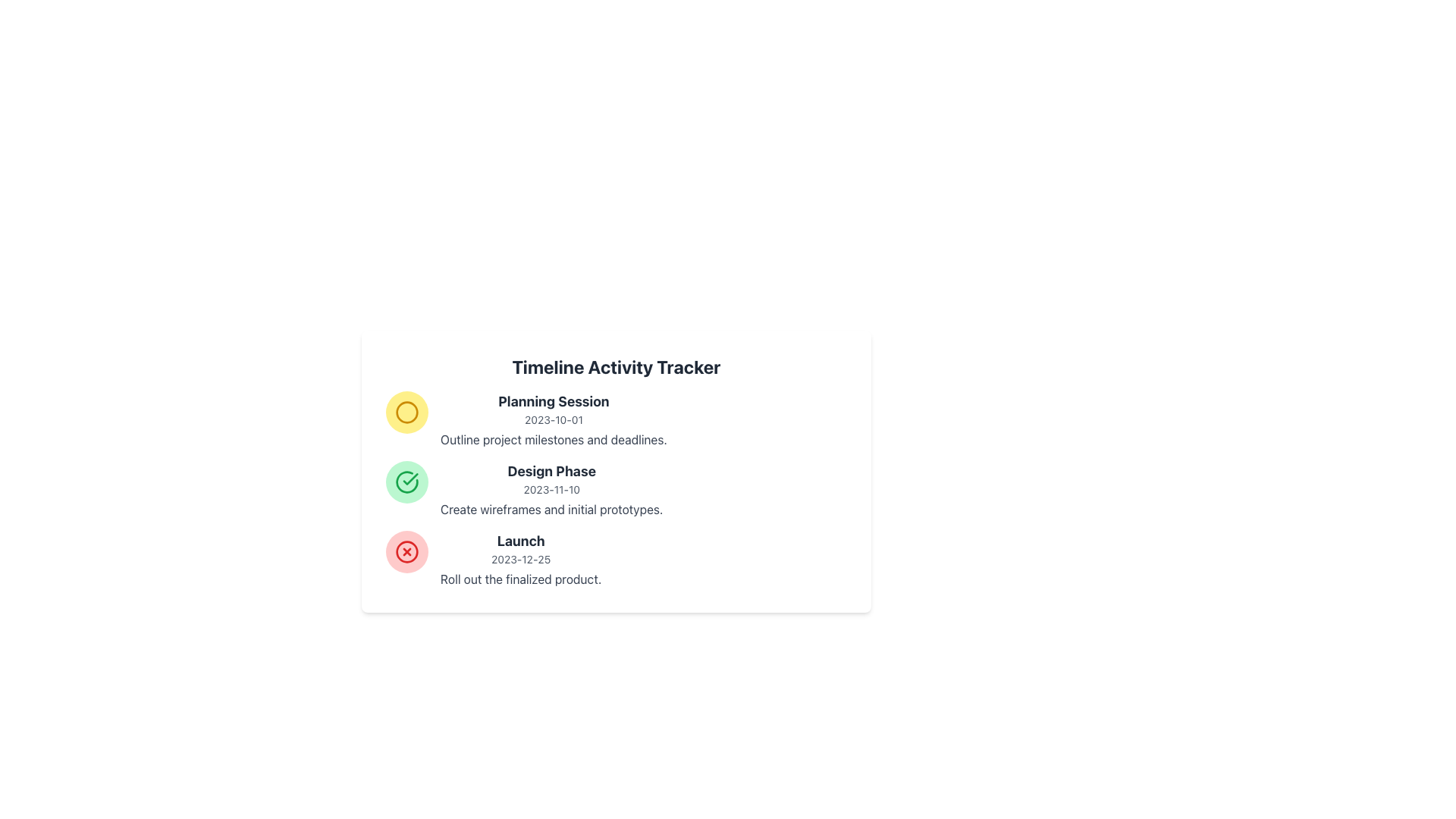 This screenshot has height=819, width=1456. Describe the element at coordinates (553, 439) in the screenshot. I see `the text content displaying information or instructions related to the 'Planning Session' phase within the timeline tracker, located below '2023-10-01' and 'Planning Session'` at that location.